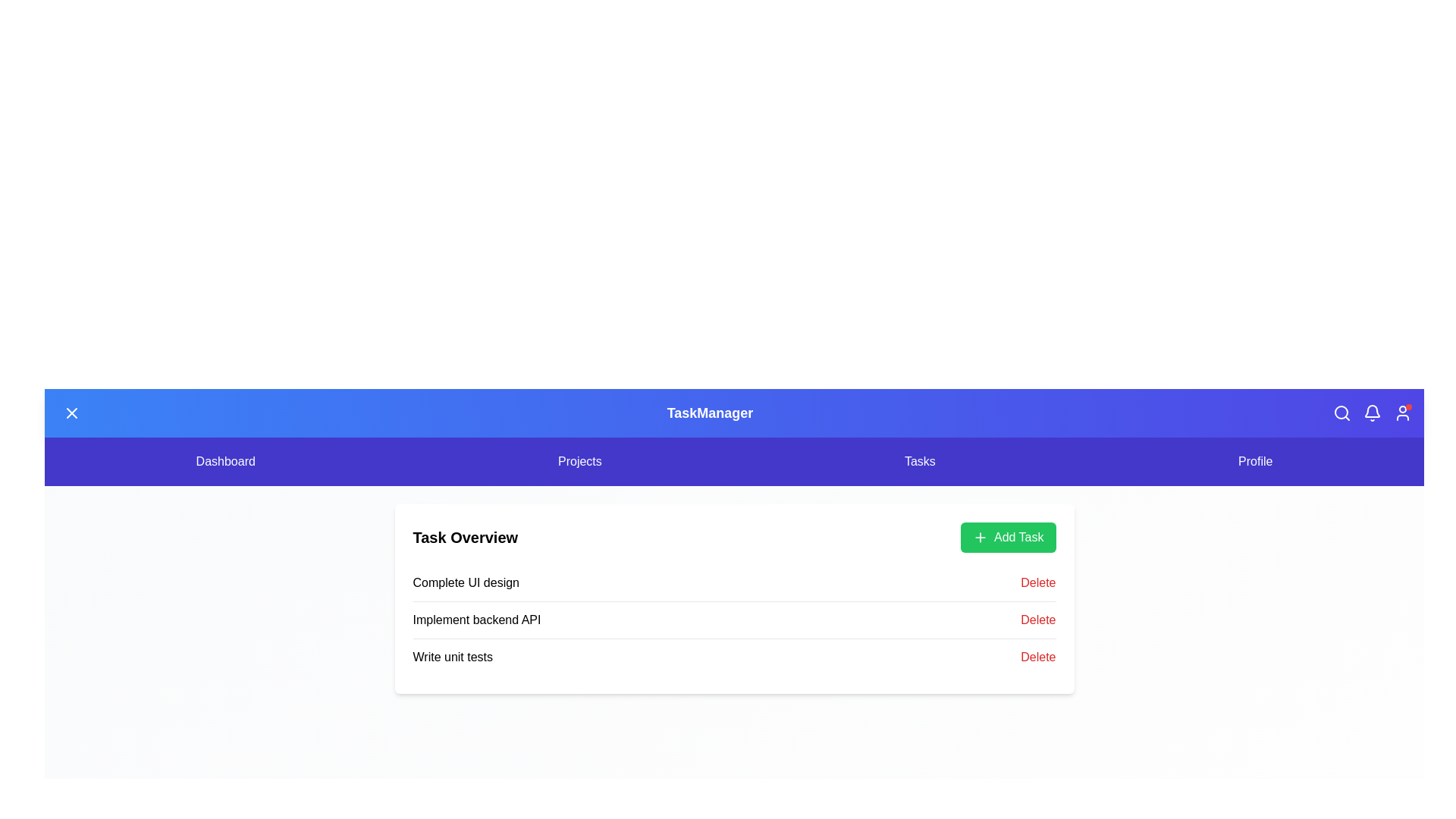 Image resolution: width=1456 pixels, height=819 pixels. Describe the element at coordinates (1342, 413) in the screenshot. I see `the search icon to initiate the search functionality` at that location.